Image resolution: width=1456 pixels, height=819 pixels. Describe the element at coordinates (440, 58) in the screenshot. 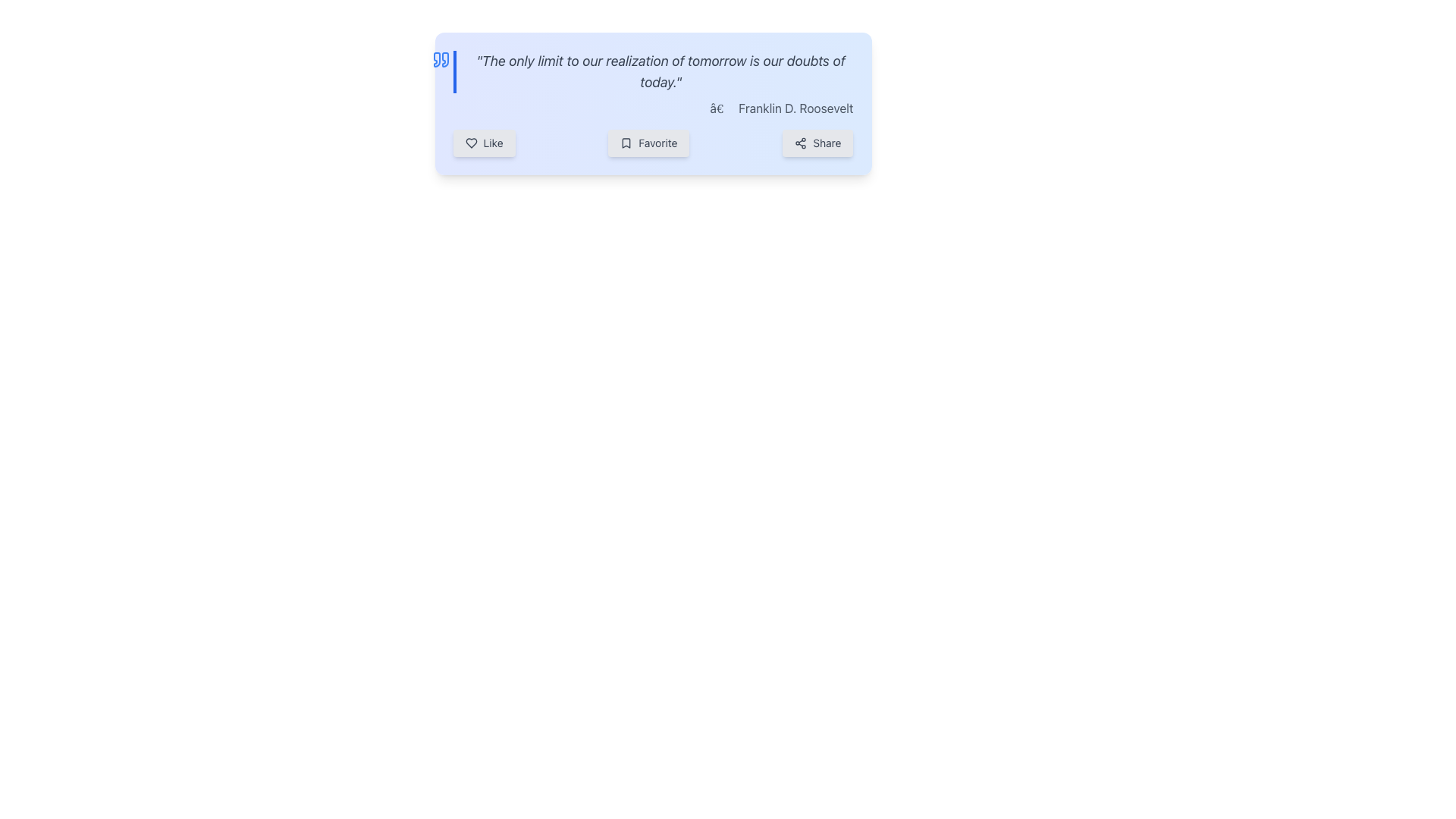

I see `the blue quote icon positioned to the left of the quote text block, which contains the text 'The only limit to our realization of tomorrow is our doubts of today.'` at that location.